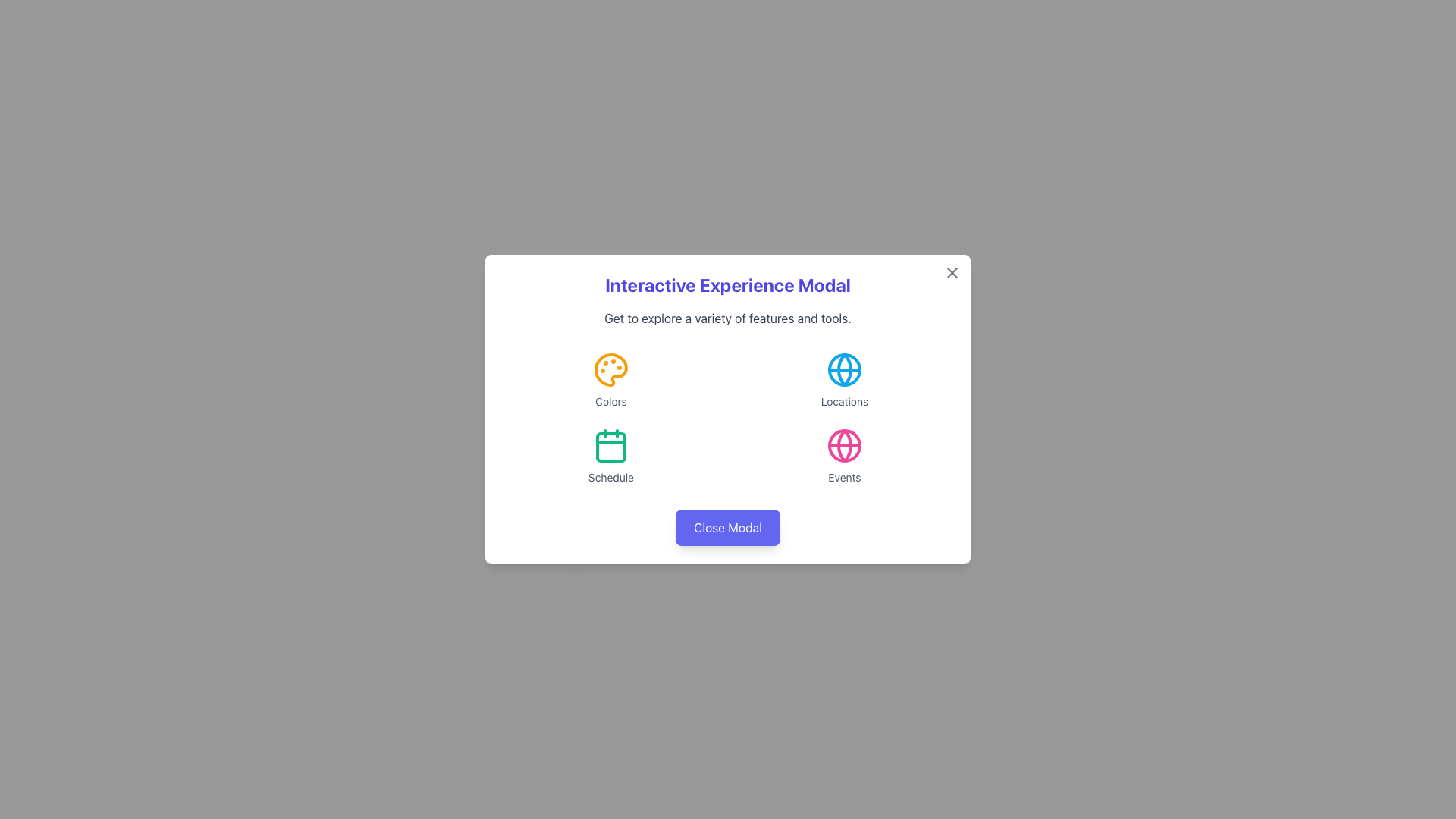  Describe the element at coordinates (611, 476) in the screenshot. I see `the static text label displaying 'Schedule' in a small gray font, located below the calendar icon in the bottom-left quadrant of the modal window` at that location.